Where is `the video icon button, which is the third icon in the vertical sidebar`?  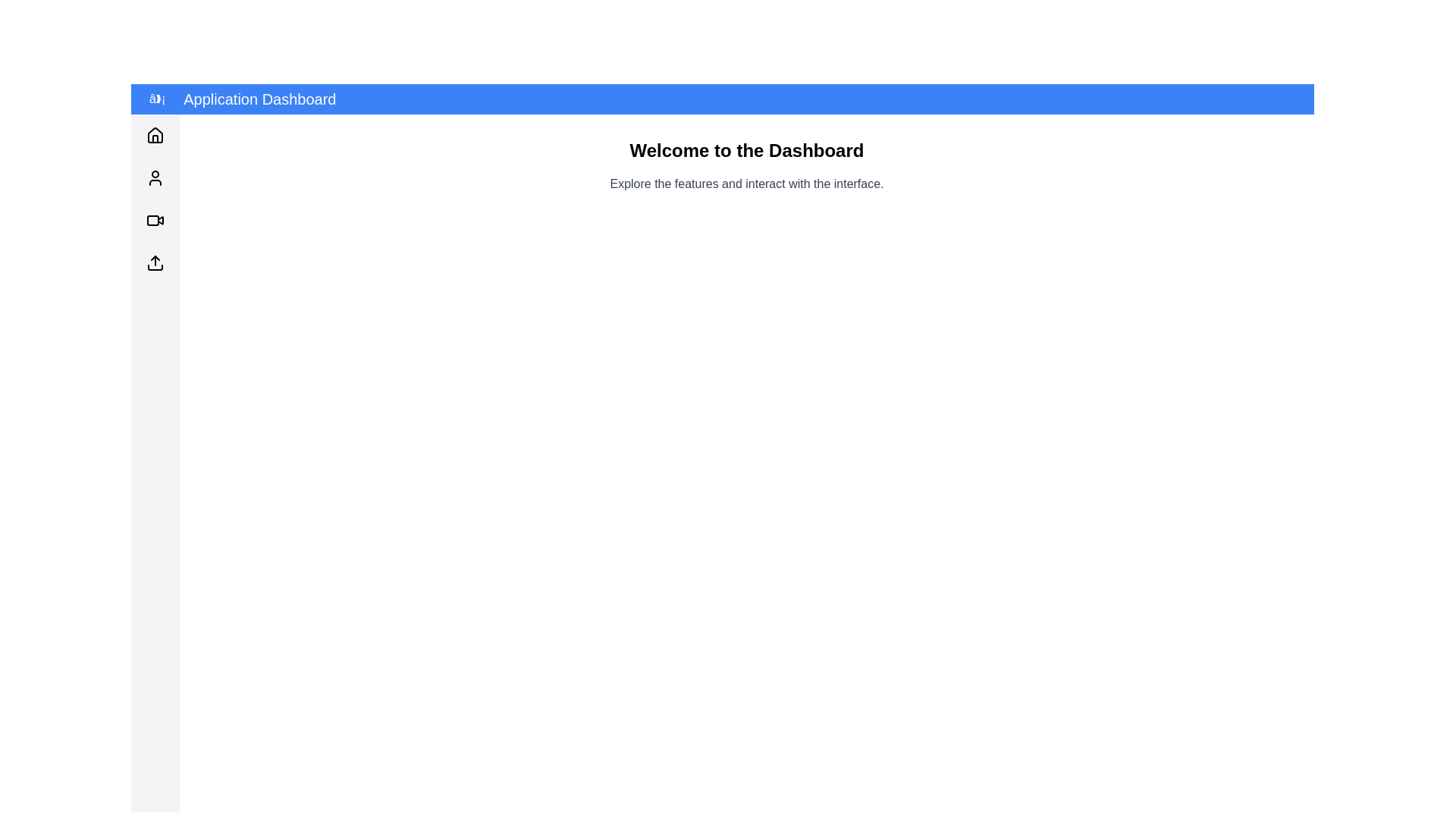 the video icon button, which is the third icon in the vertical sidebar is located at coordinates (155, 220).